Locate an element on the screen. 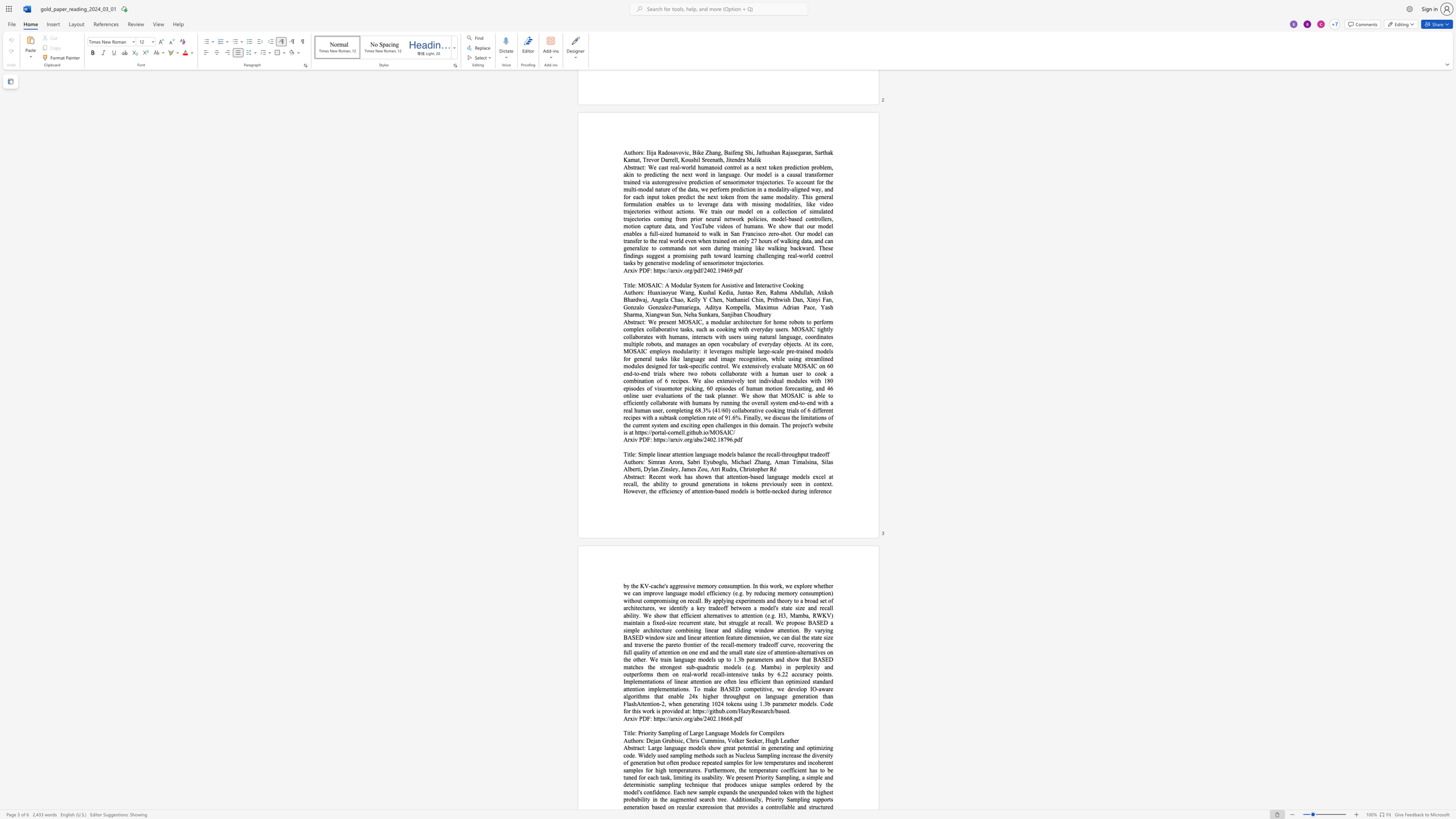  the space between the continuous character "r" and "x" in the text is located at coordinates (630, 718).